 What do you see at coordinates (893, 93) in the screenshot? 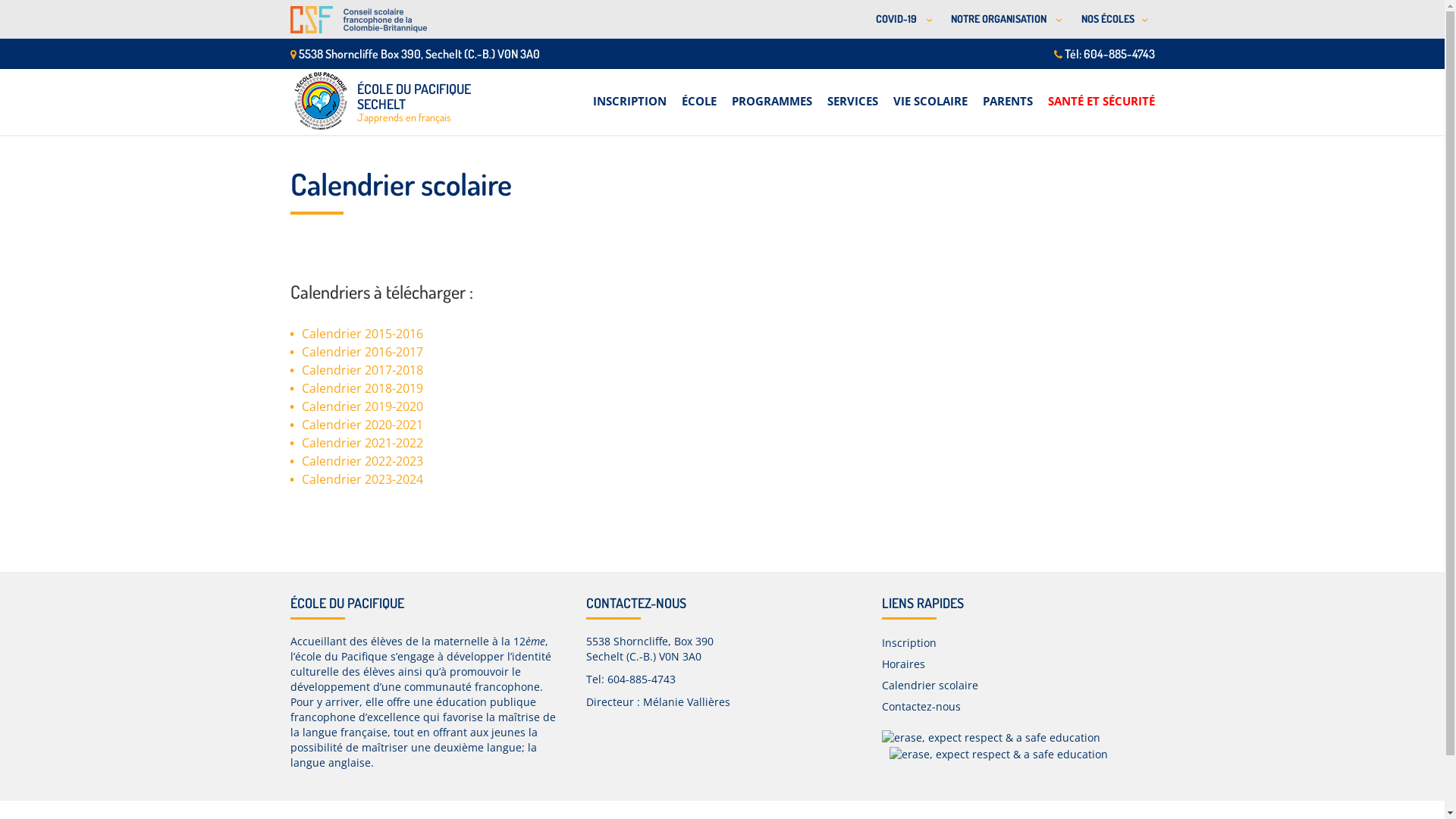
I see `'VIE SCOLAIRE'` at bounding box center [893, 93].